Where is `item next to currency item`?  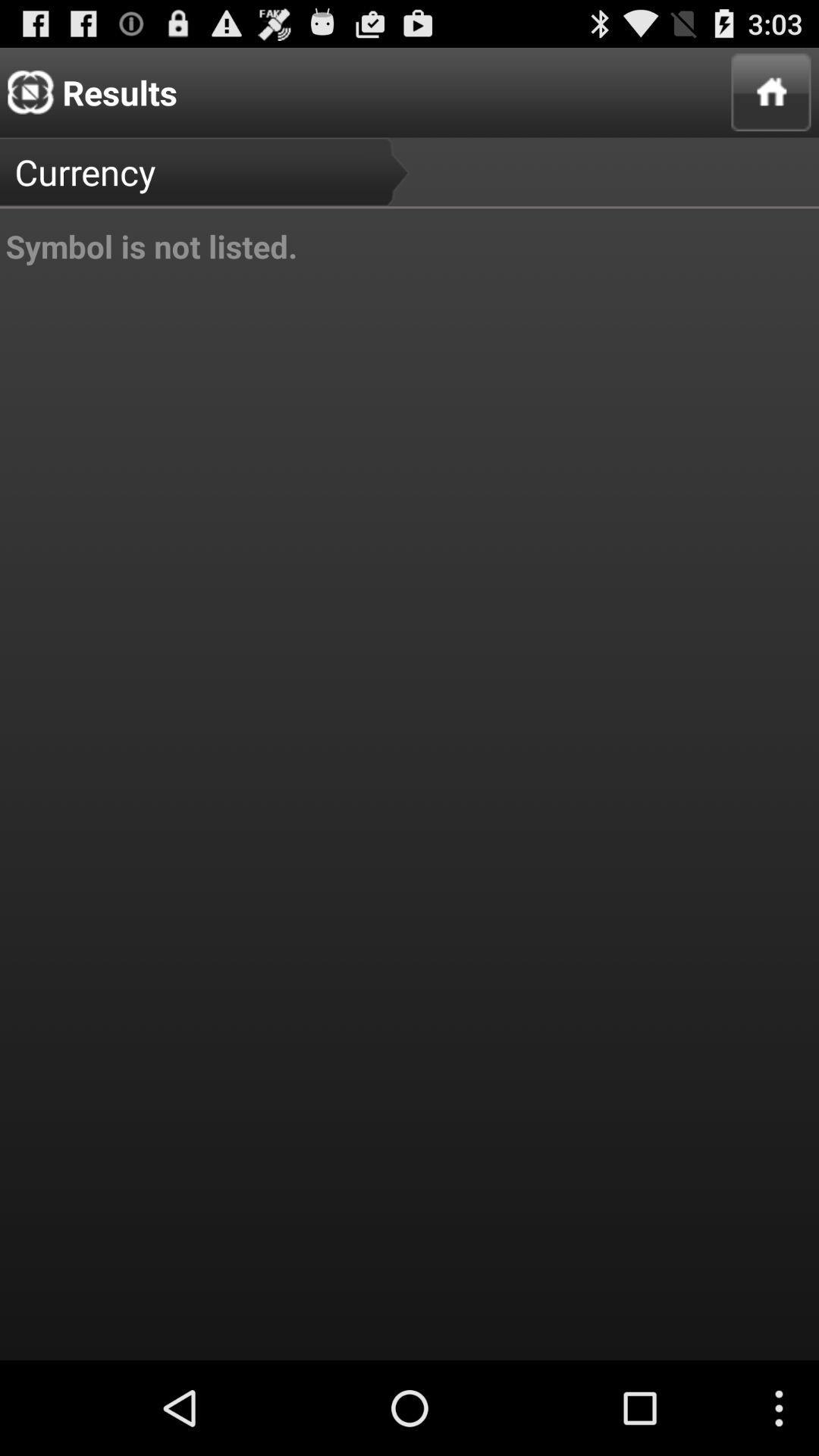 item next to currency item is located at coordinates (771, 91).